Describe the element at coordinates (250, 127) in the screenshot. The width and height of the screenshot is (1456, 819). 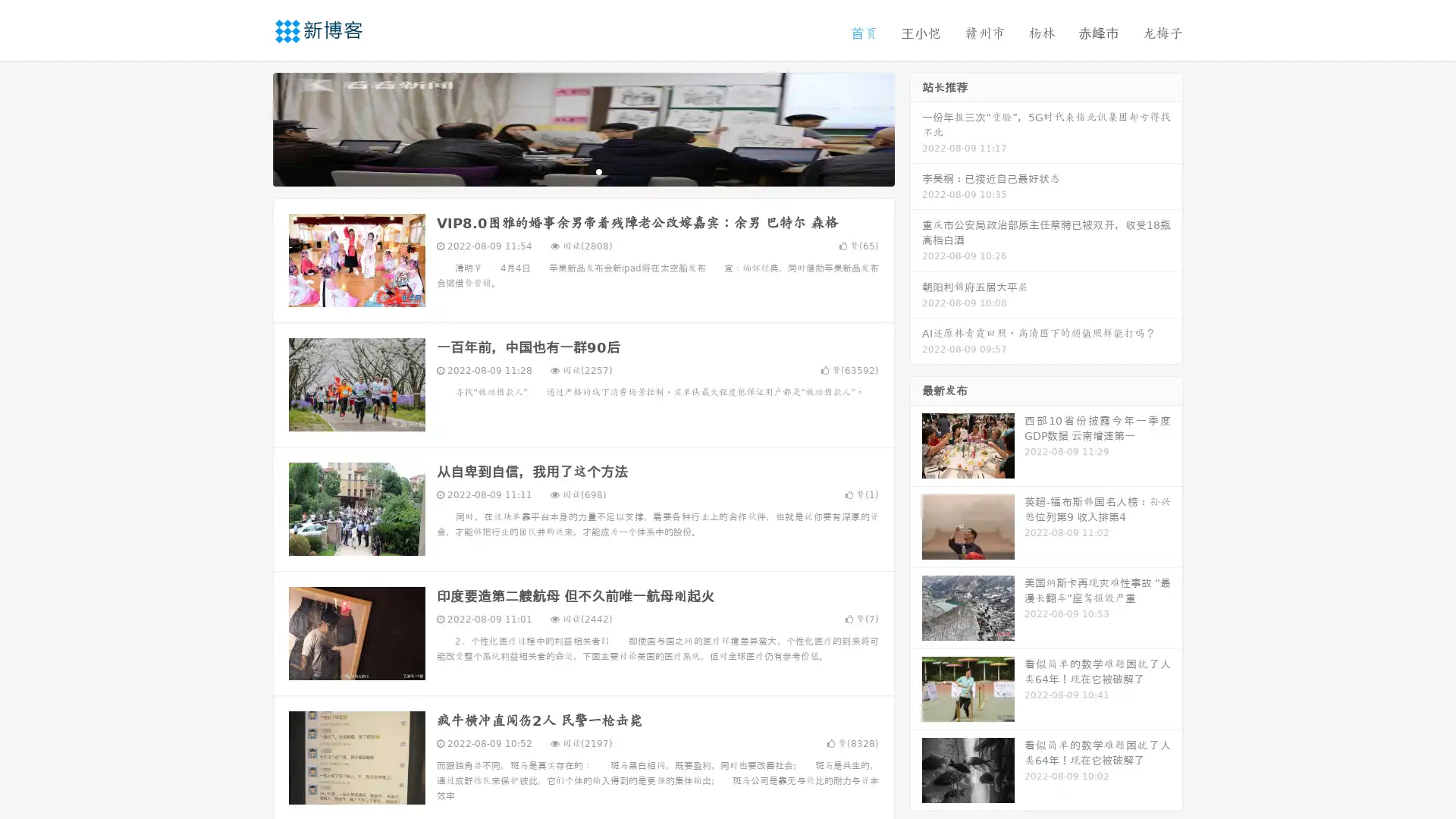
I see `Previous slide` at that location.